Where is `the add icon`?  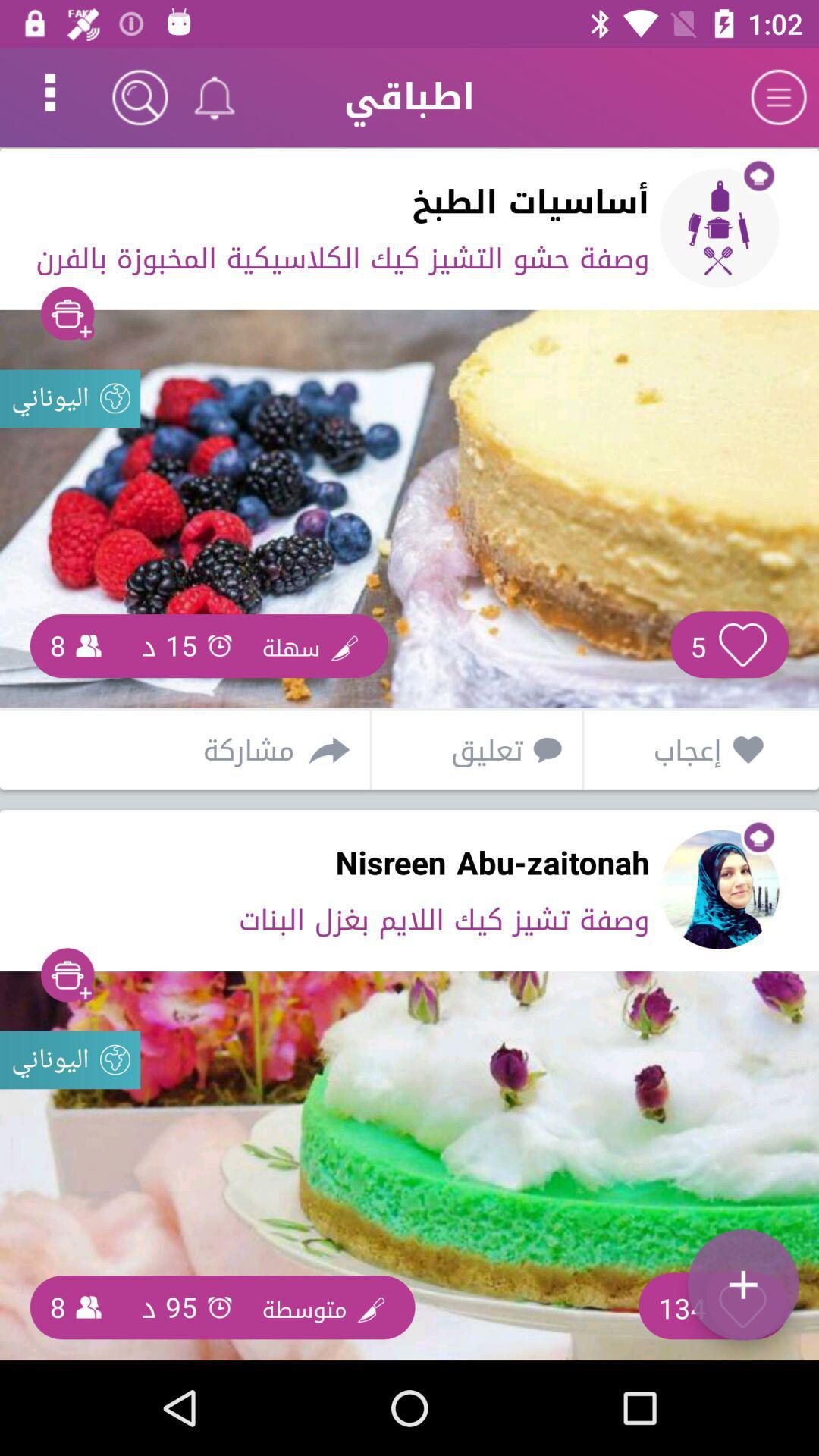 the add icon is located at coordinates (742, 1284).